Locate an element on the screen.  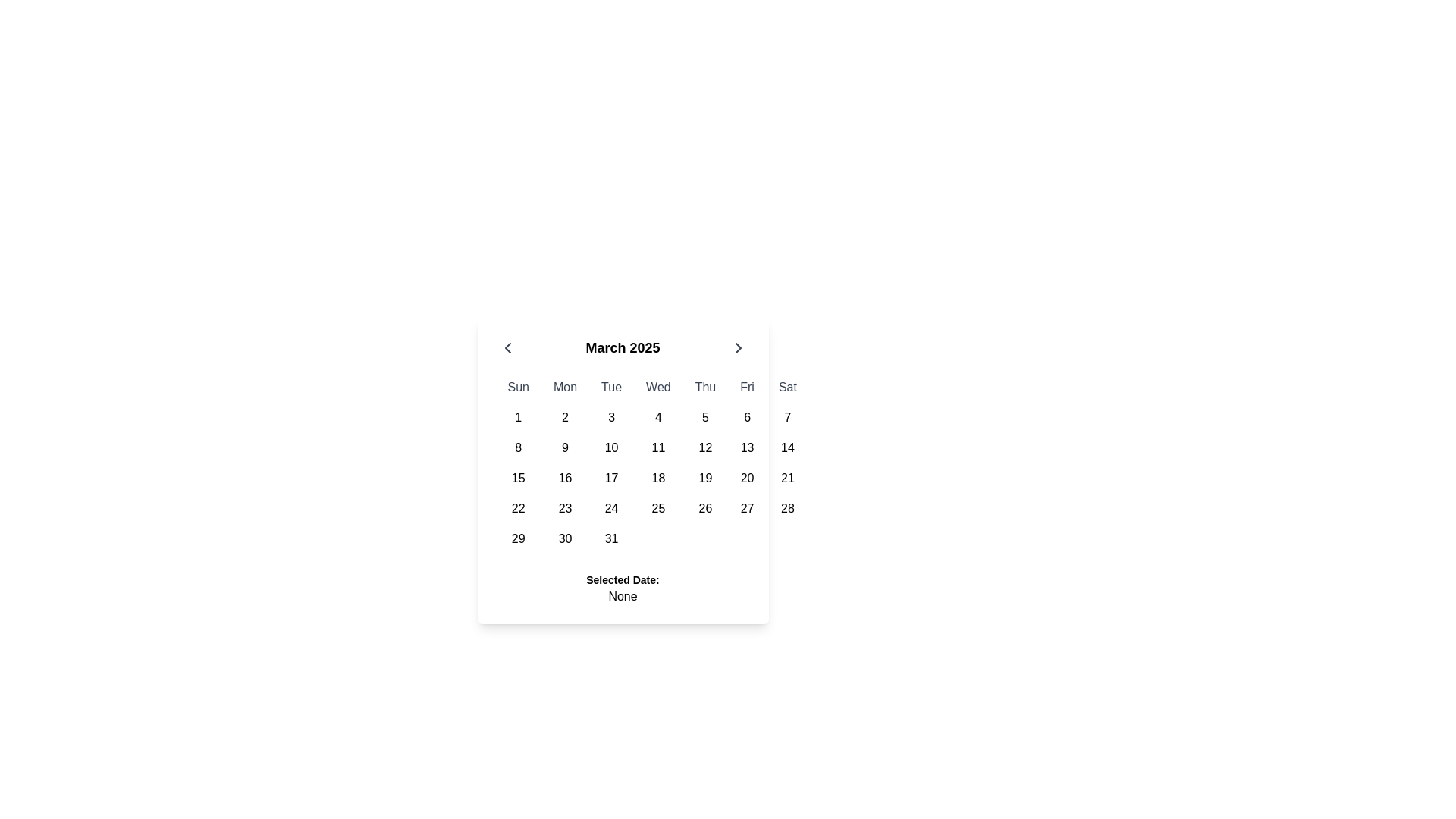
the 'previous' button located on the left side of the calendar header is located at coordinates (507, 348).